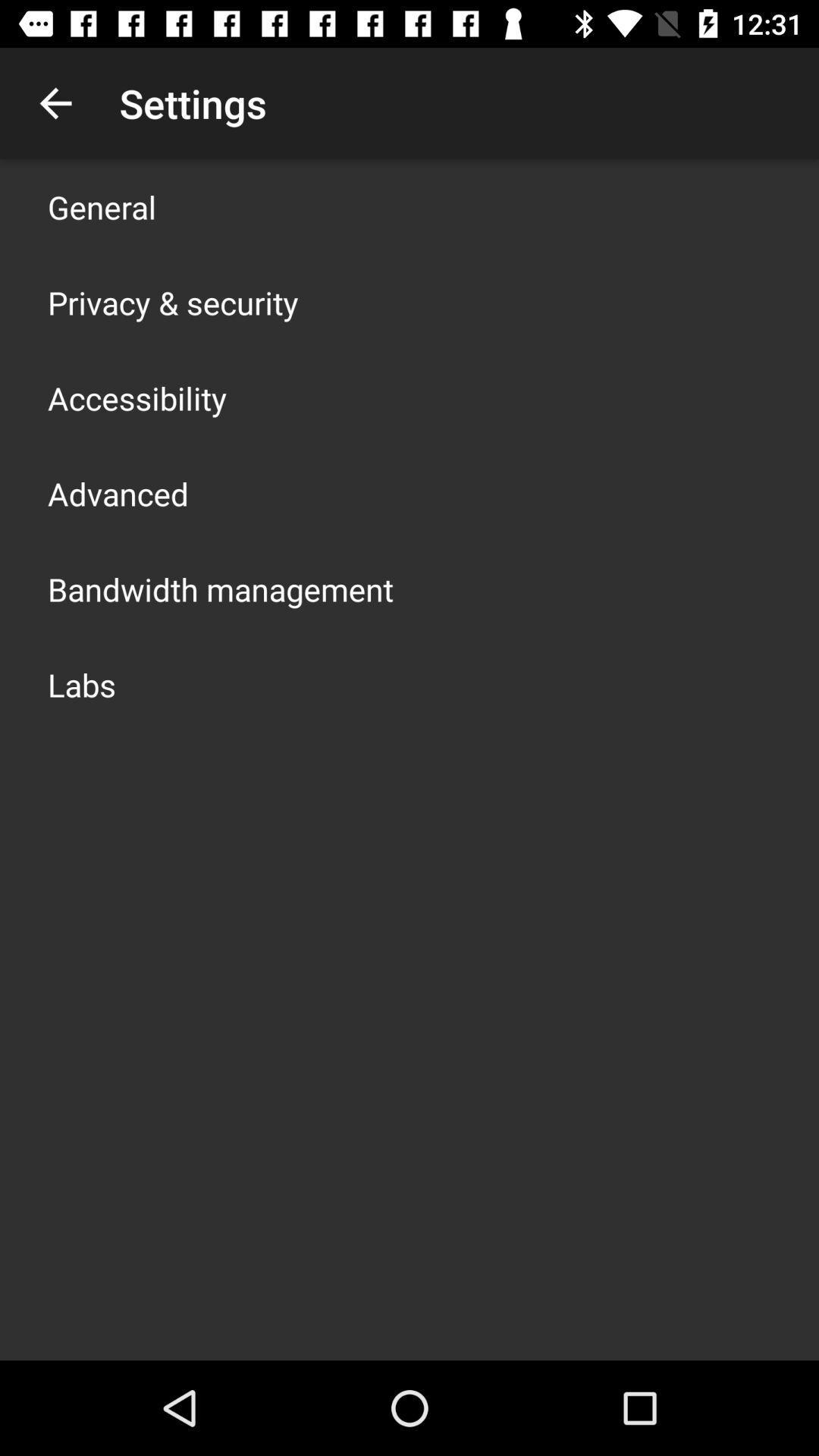 The image size is (819, 1456). What do you see at coordinates (117, 494) in the screenshot?
I see `the icon above bandwidth management app` at bounding box center [117, 494].